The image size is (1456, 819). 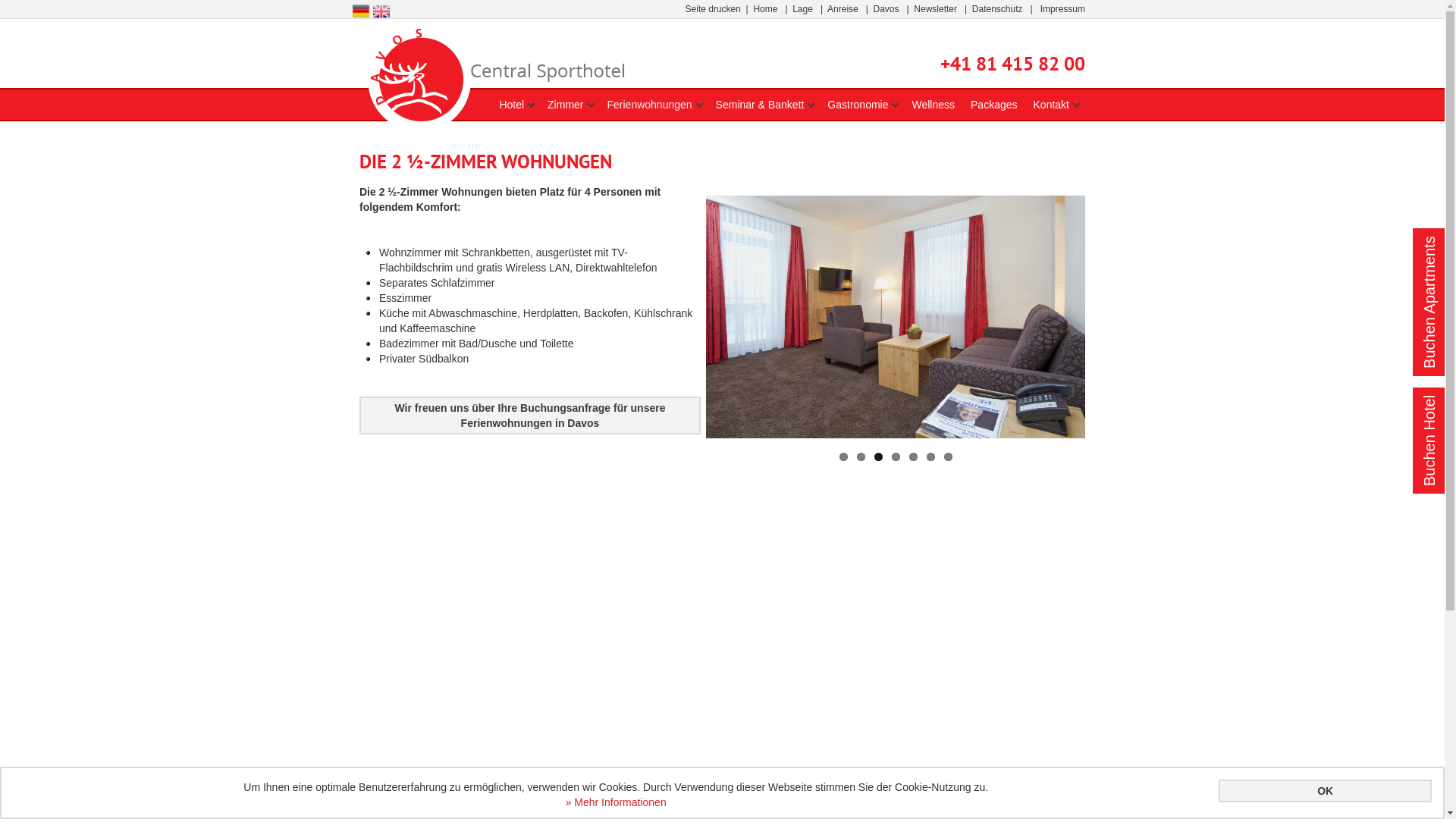 I want to click on 'OK', so click(x=1324, y=789).